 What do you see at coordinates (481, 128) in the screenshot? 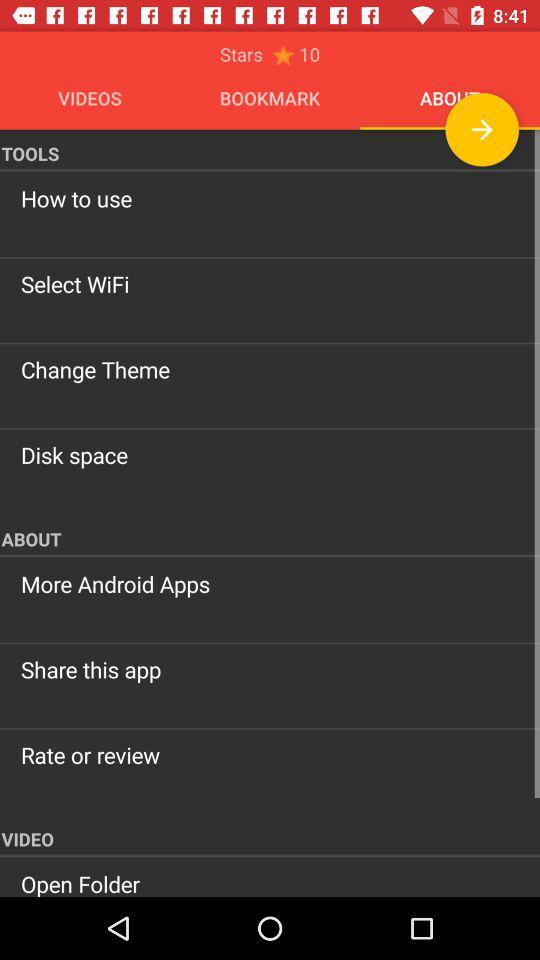
I see `the arrow_forward icon` at bounding box center [481, 128].